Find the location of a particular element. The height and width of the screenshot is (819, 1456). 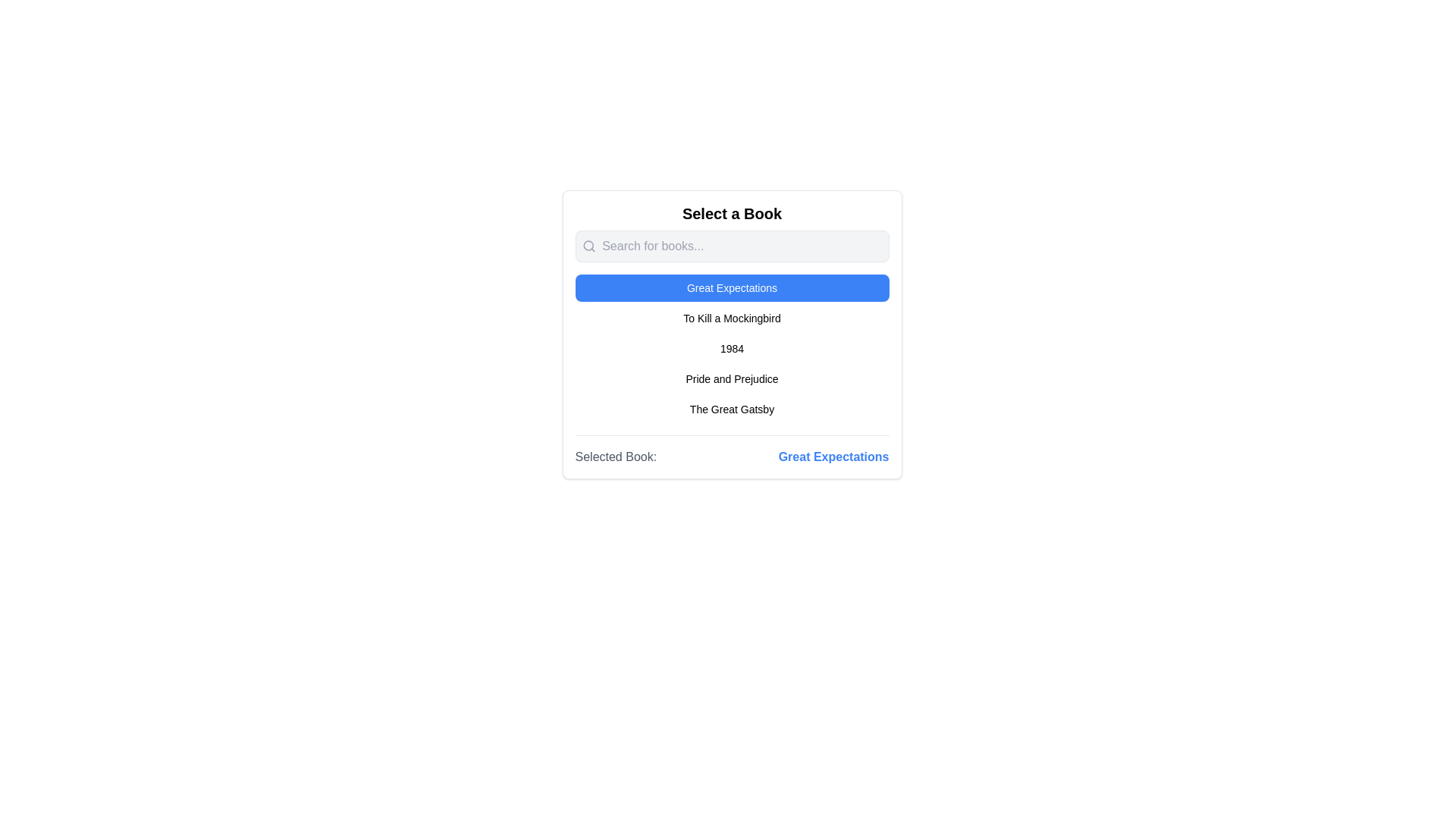

the text item representing the book title 'Pride and Prejudice' in the vertical list of book titles is located at coordinates (732, 378).